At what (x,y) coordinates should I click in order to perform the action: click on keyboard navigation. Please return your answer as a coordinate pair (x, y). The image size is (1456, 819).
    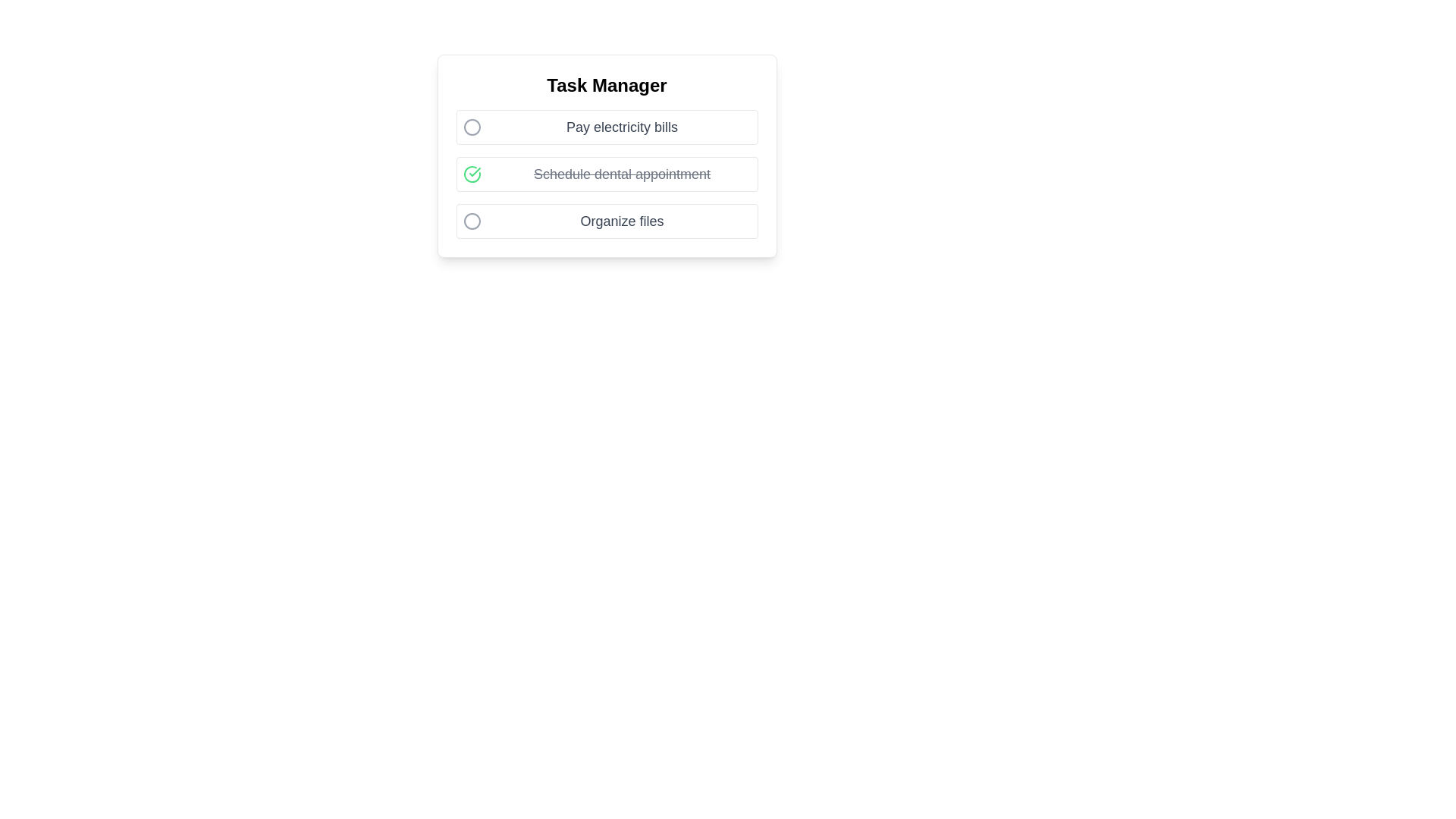
    Looking at the image, I should click on (471, 221).